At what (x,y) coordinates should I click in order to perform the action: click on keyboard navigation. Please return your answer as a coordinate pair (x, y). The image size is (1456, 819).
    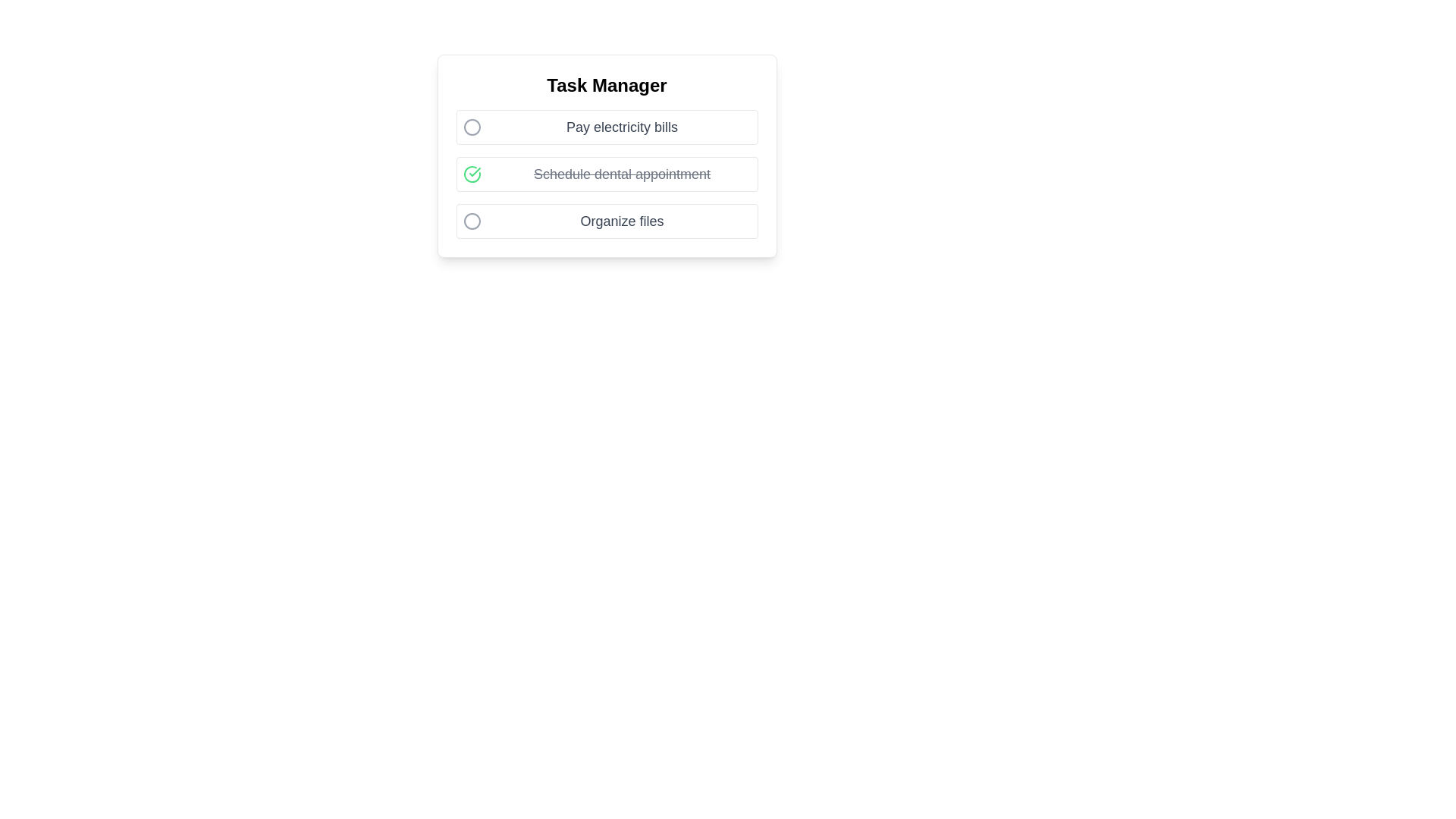
    Looking at the image, I should click on (471, 221).